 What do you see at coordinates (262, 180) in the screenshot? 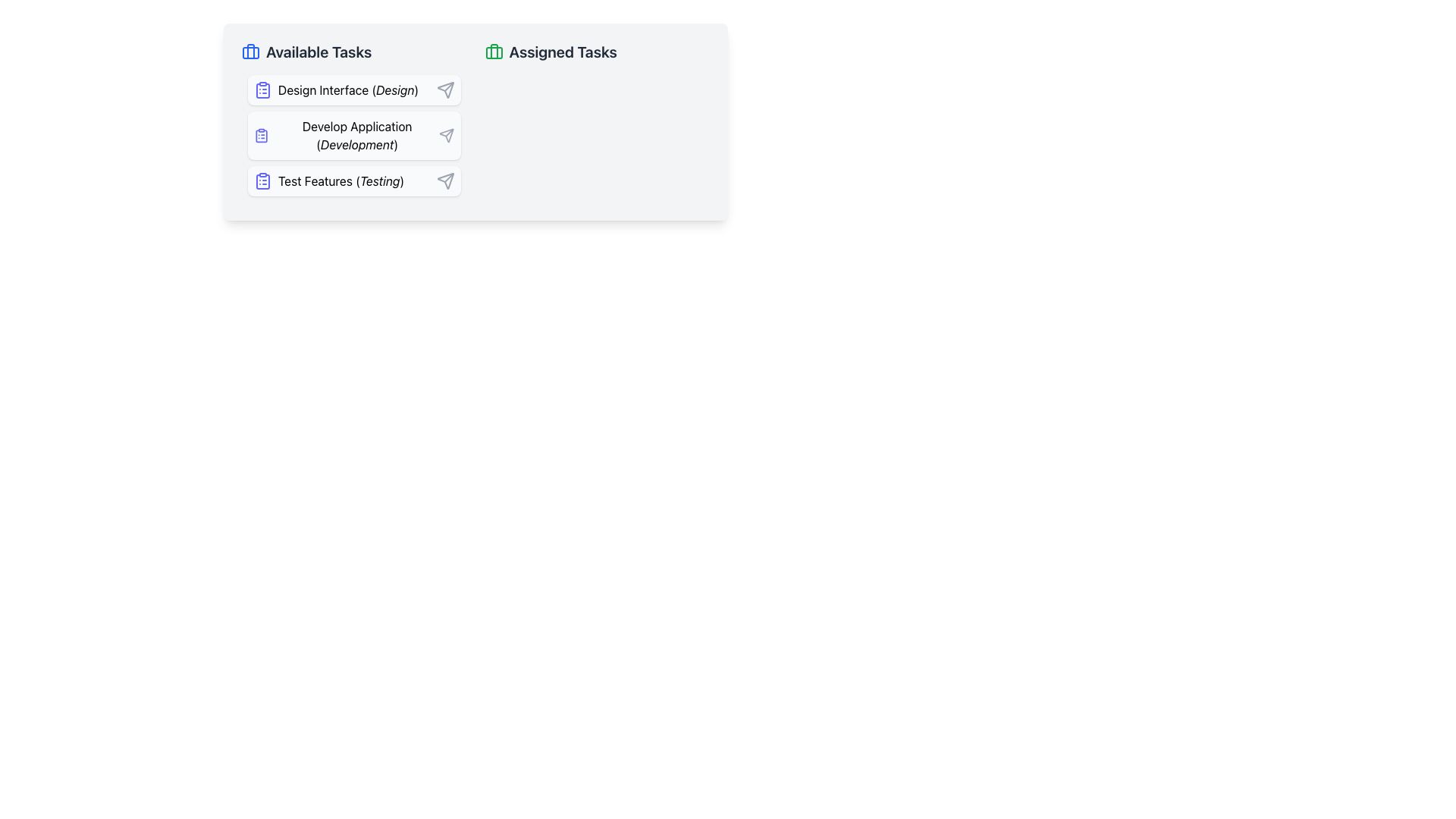
I see `the clipboard icon styled in indigo-blue located to the left of the text 'Test Features (Testing)' in the bottom section of the 'Available Tasks' list` at bounding box center [262, 180].